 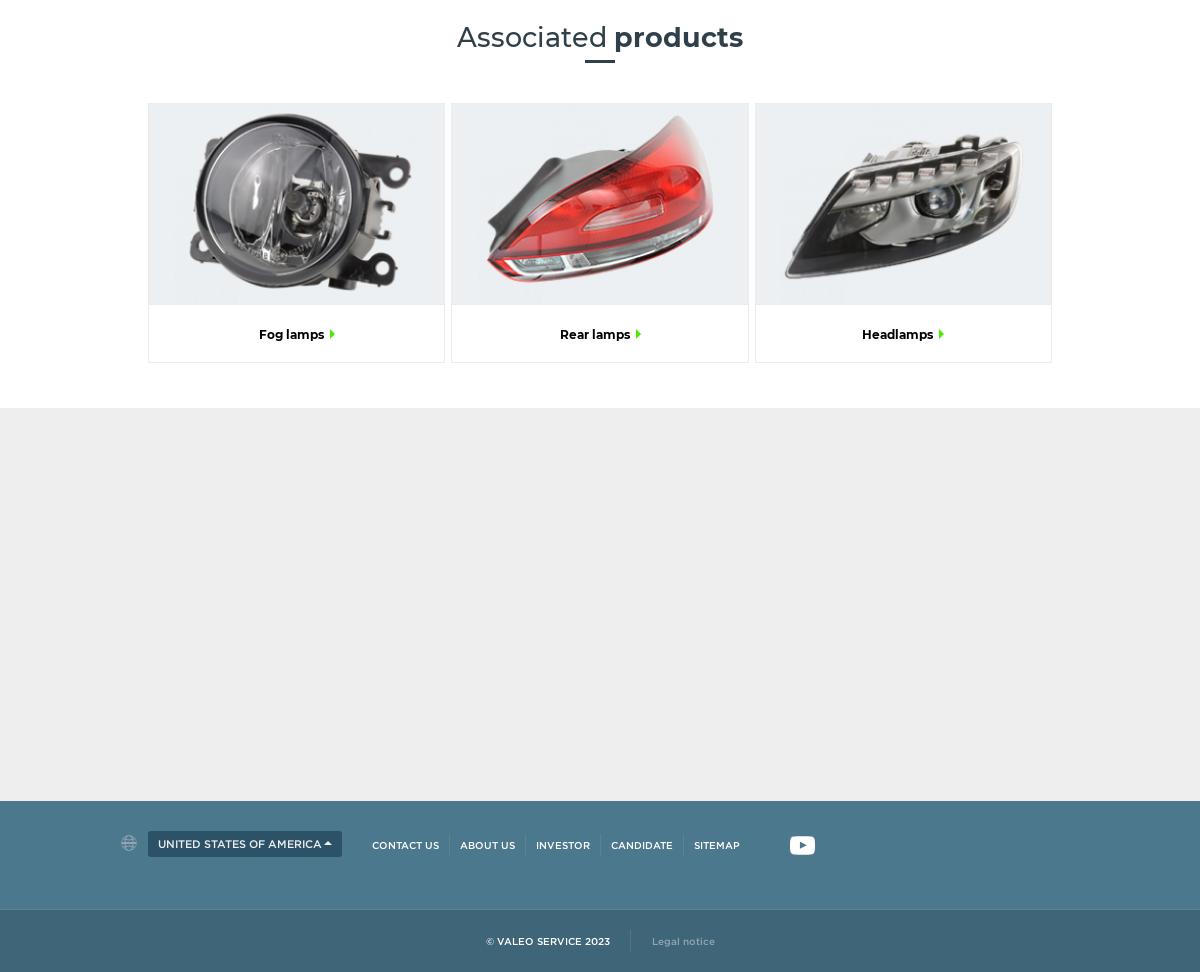 What do you see at coordinates (455, 36) in the screenshot?
I see `'Associated'` at bounding box center [455, 36].